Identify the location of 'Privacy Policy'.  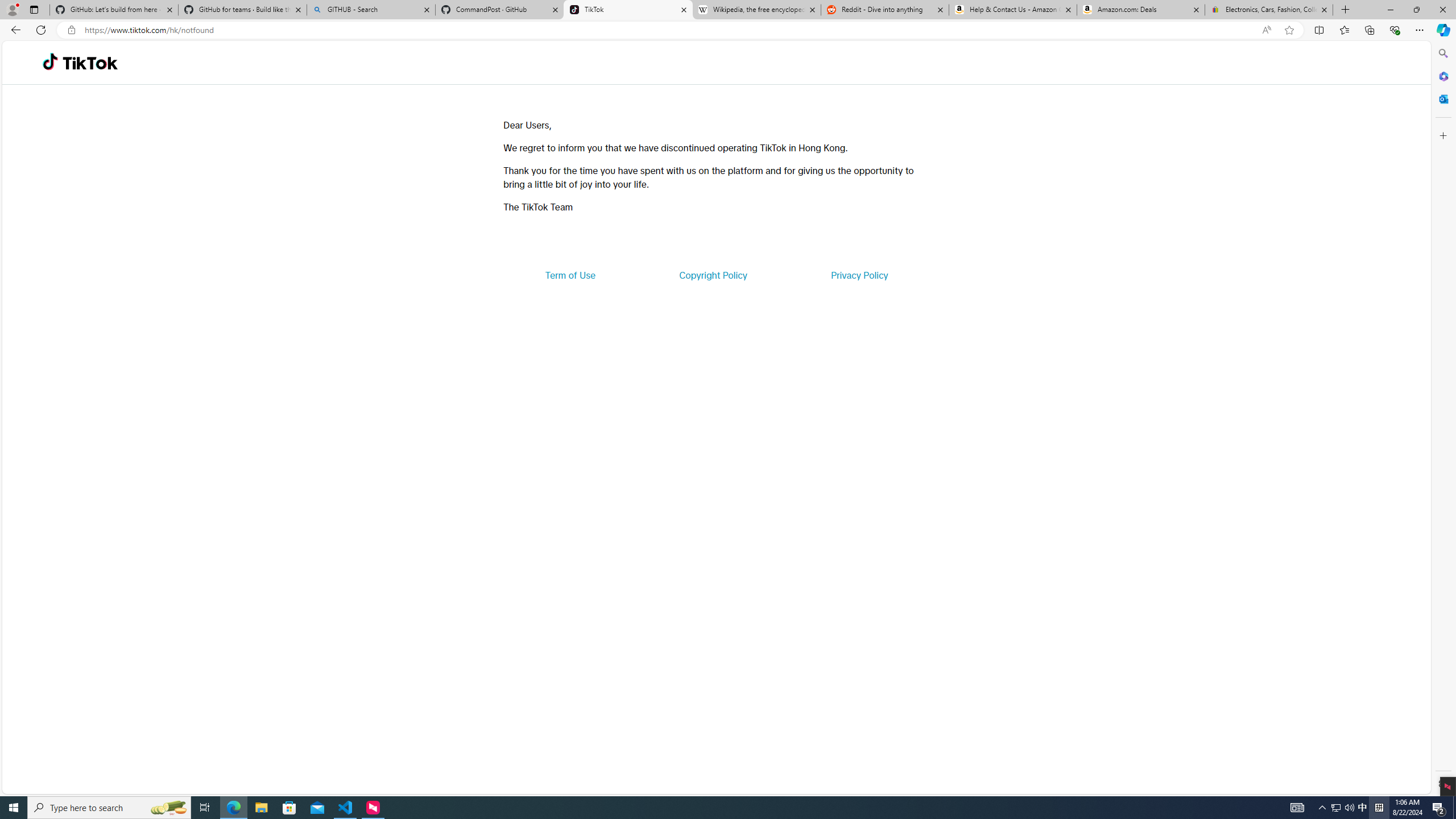
(858, 274).